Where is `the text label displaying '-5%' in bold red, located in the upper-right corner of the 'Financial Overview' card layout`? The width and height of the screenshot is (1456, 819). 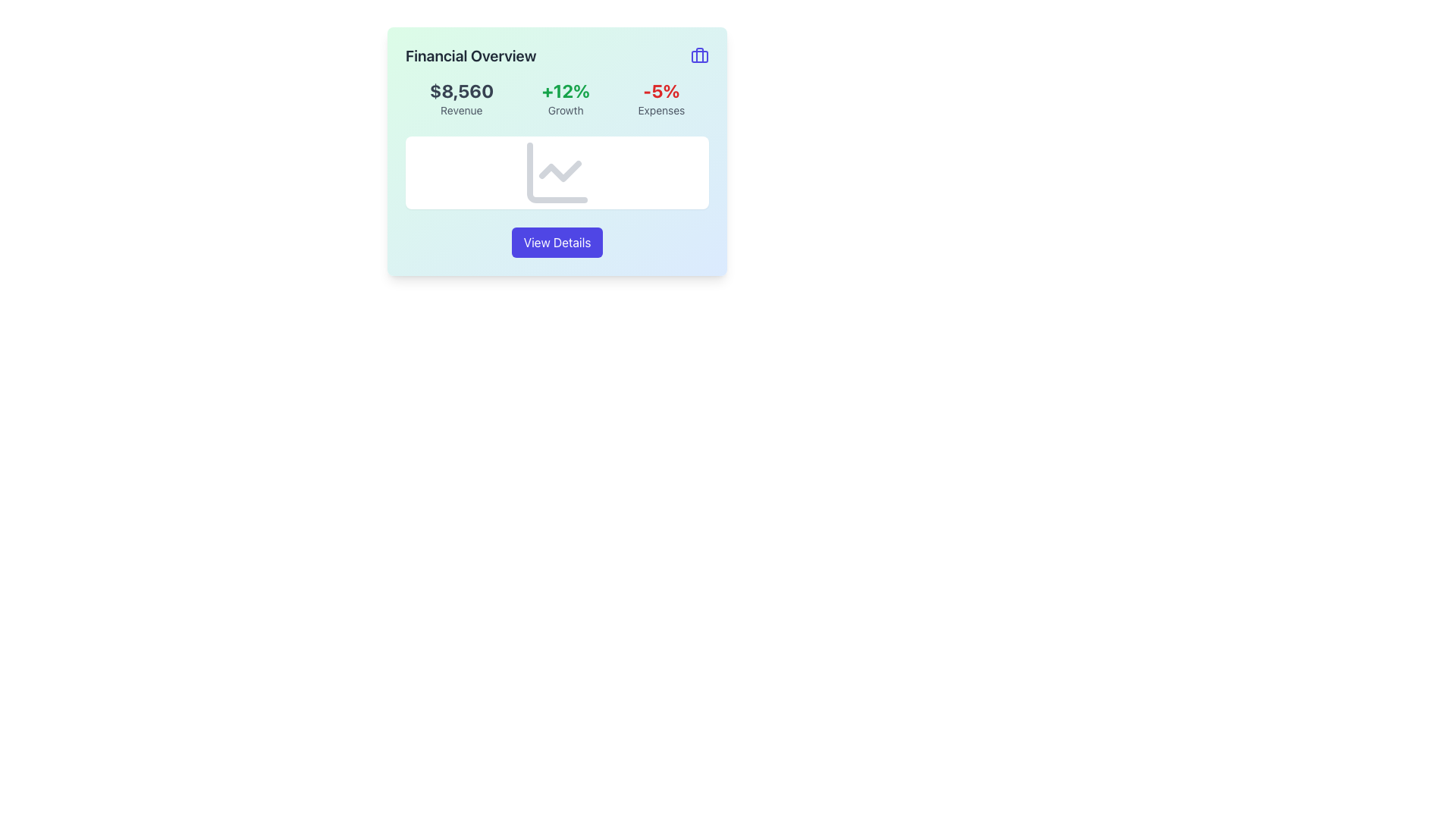 the text label displaying '-5%' in bold red, located in the upper-right corner of the 'Financial Overview' card layout is located at coordinates (661, 90).